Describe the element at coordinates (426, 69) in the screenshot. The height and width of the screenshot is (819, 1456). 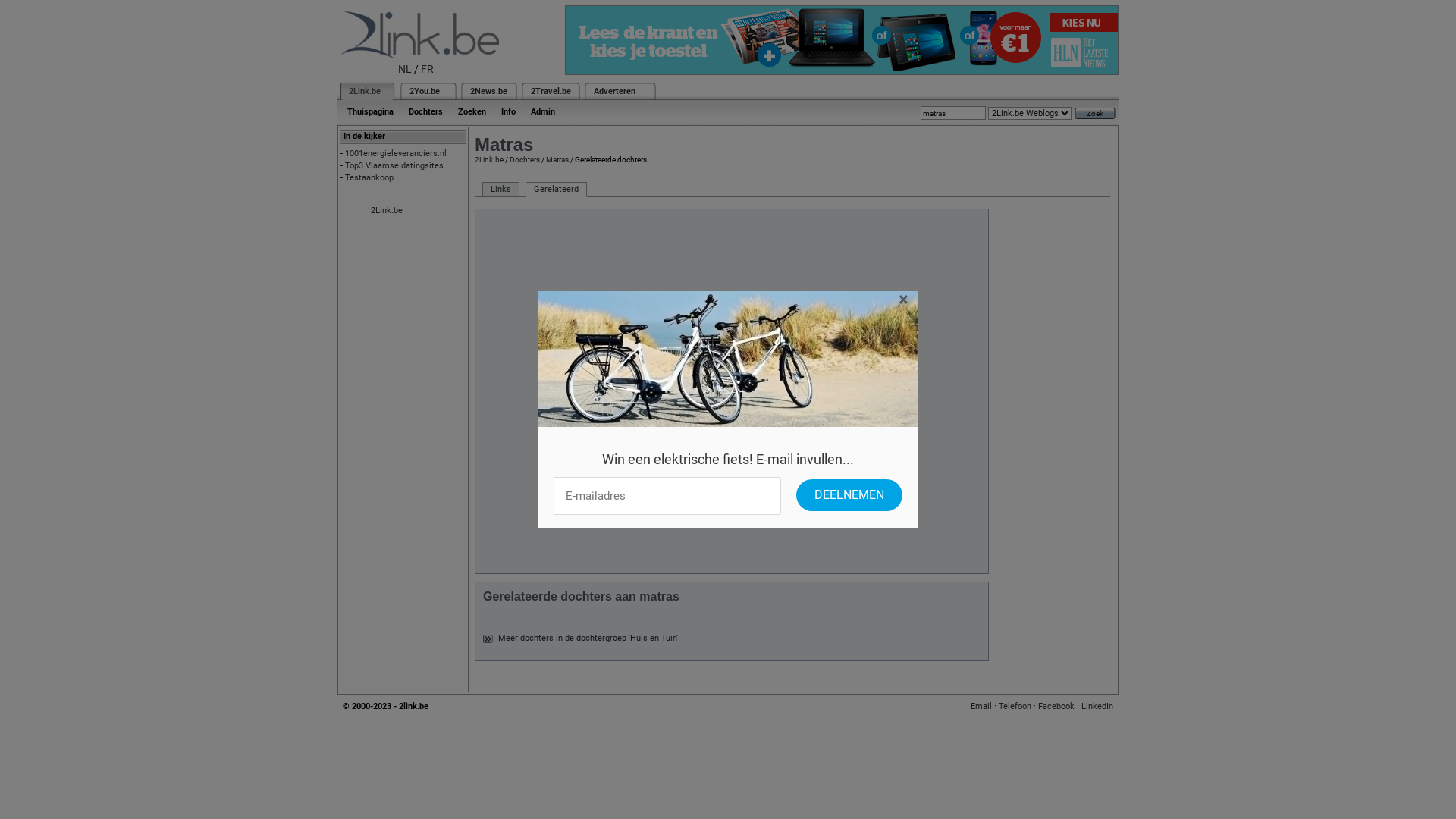
I see `'FR'` at that location.